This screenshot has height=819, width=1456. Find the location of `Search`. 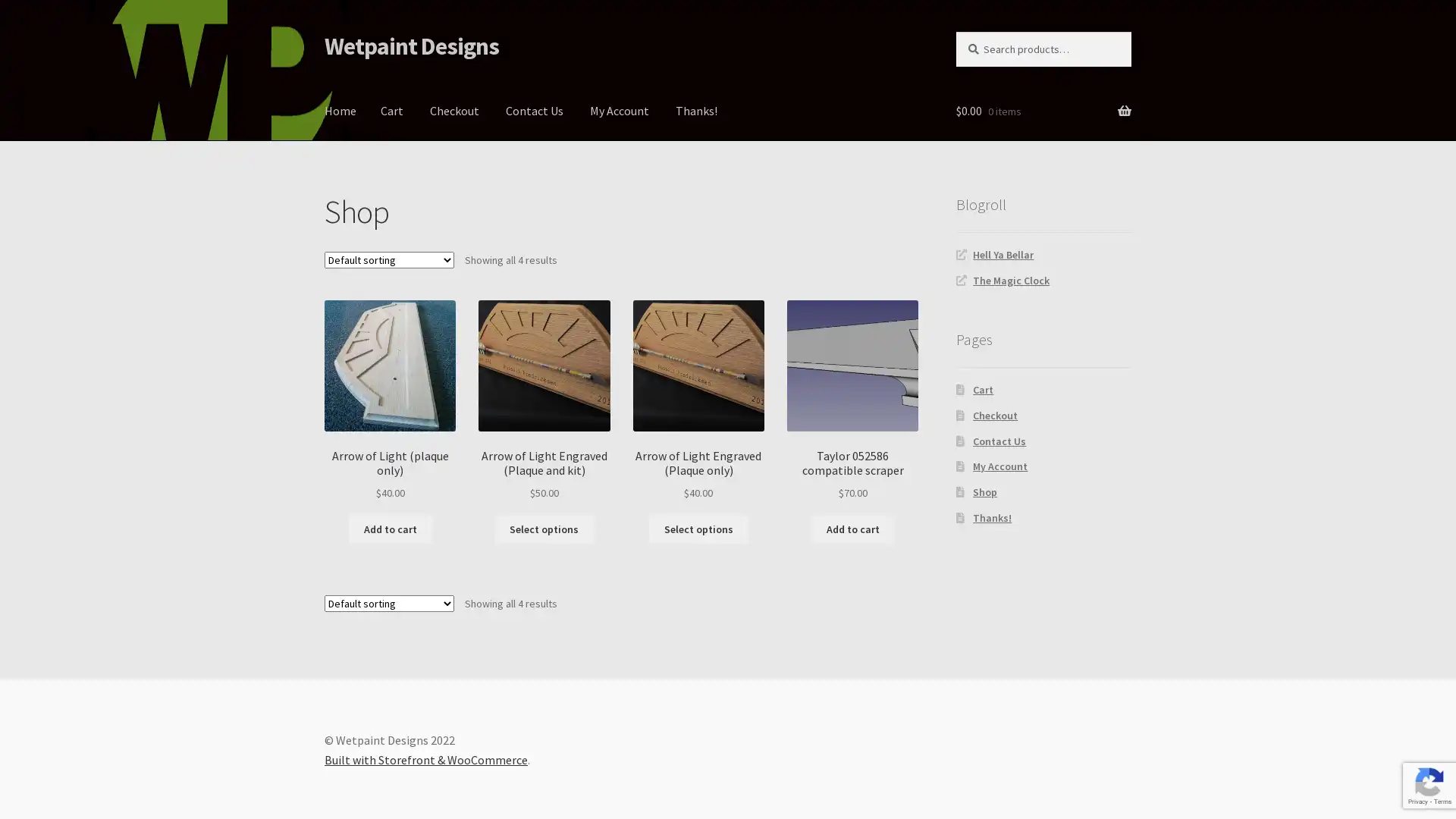

Search is located at coordinates (954, 30).